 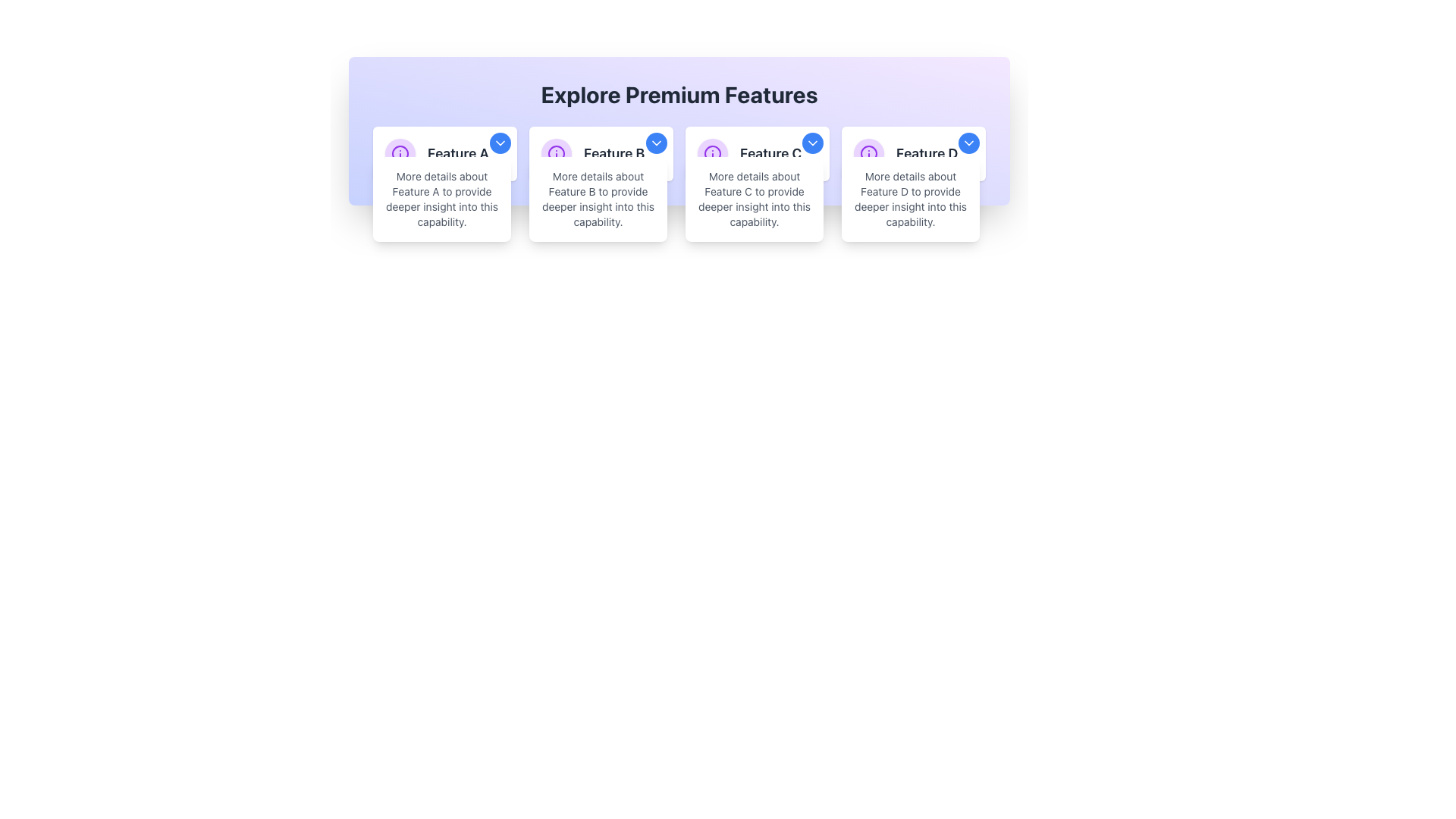 I want to click on text from the text box located under the heading 'Feature B' in the second card of the 'Explore Premium Features' section, so click(x=597, y=198).